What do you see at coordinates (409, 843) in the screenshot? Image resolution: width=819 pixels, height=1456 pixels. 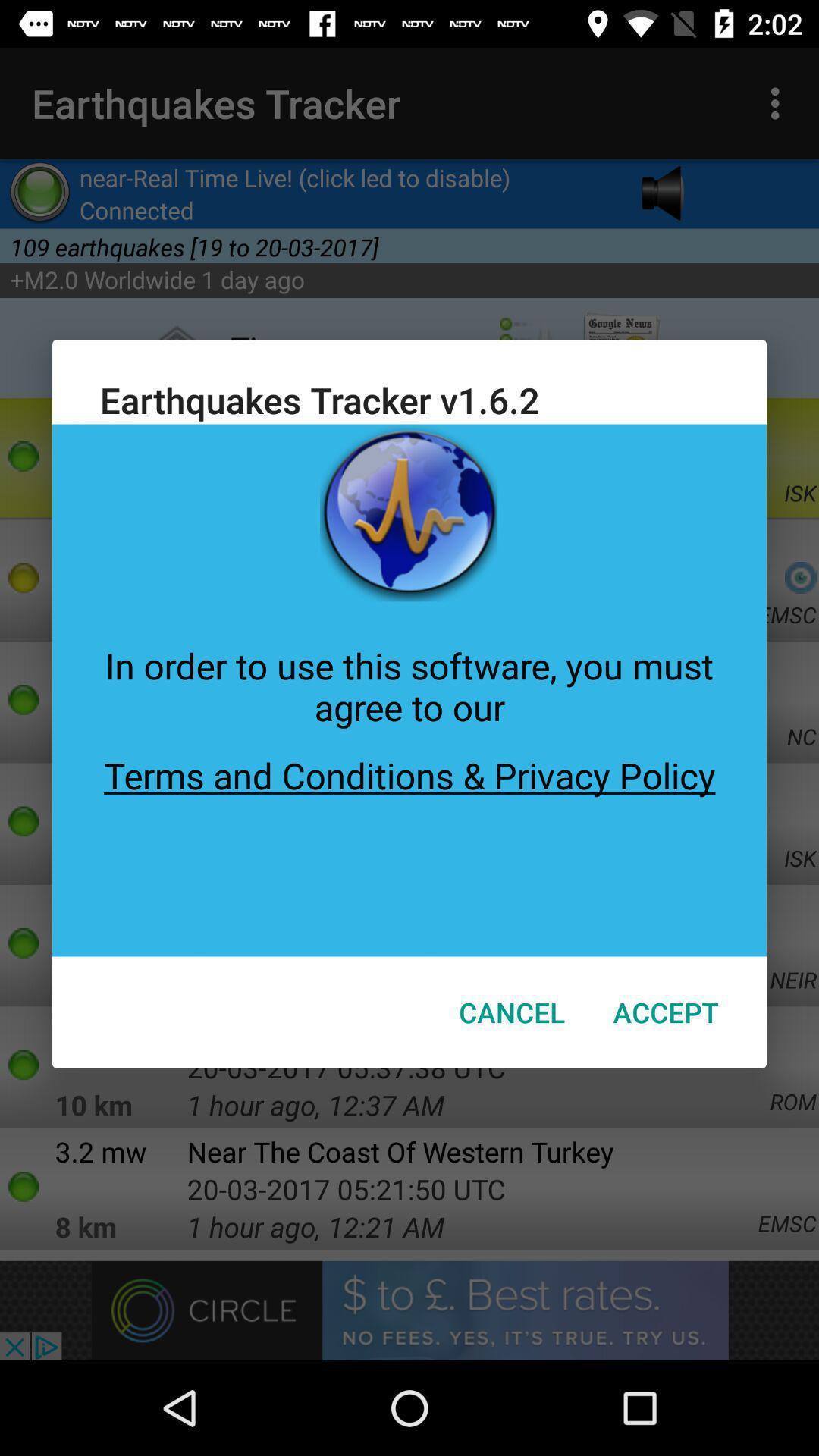 I see `the terms and conditions item` at bounding box center [409, 843].